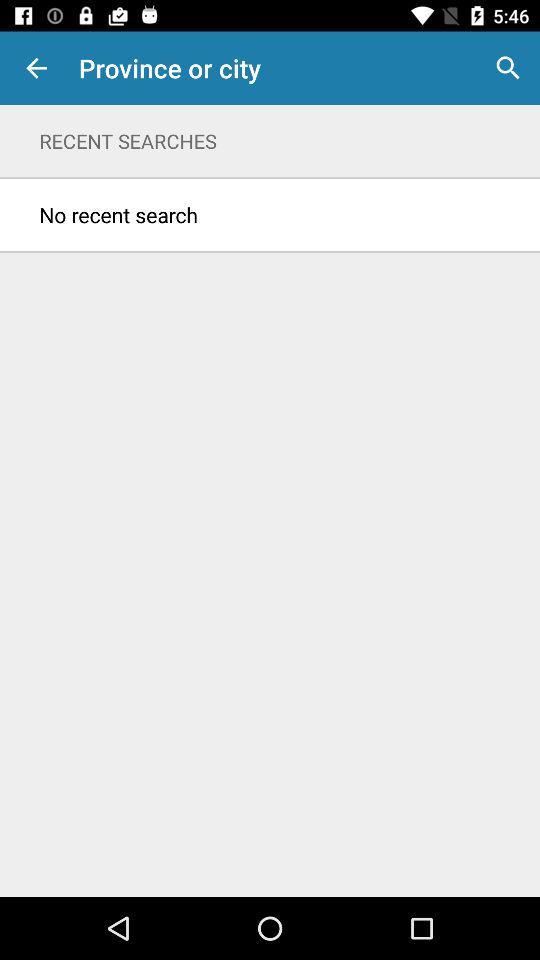 This screenshot has height=960, width=540. Describe the element at coordinates (508, 68) in the screenshot. I see `icon at the top right corner` at that location.